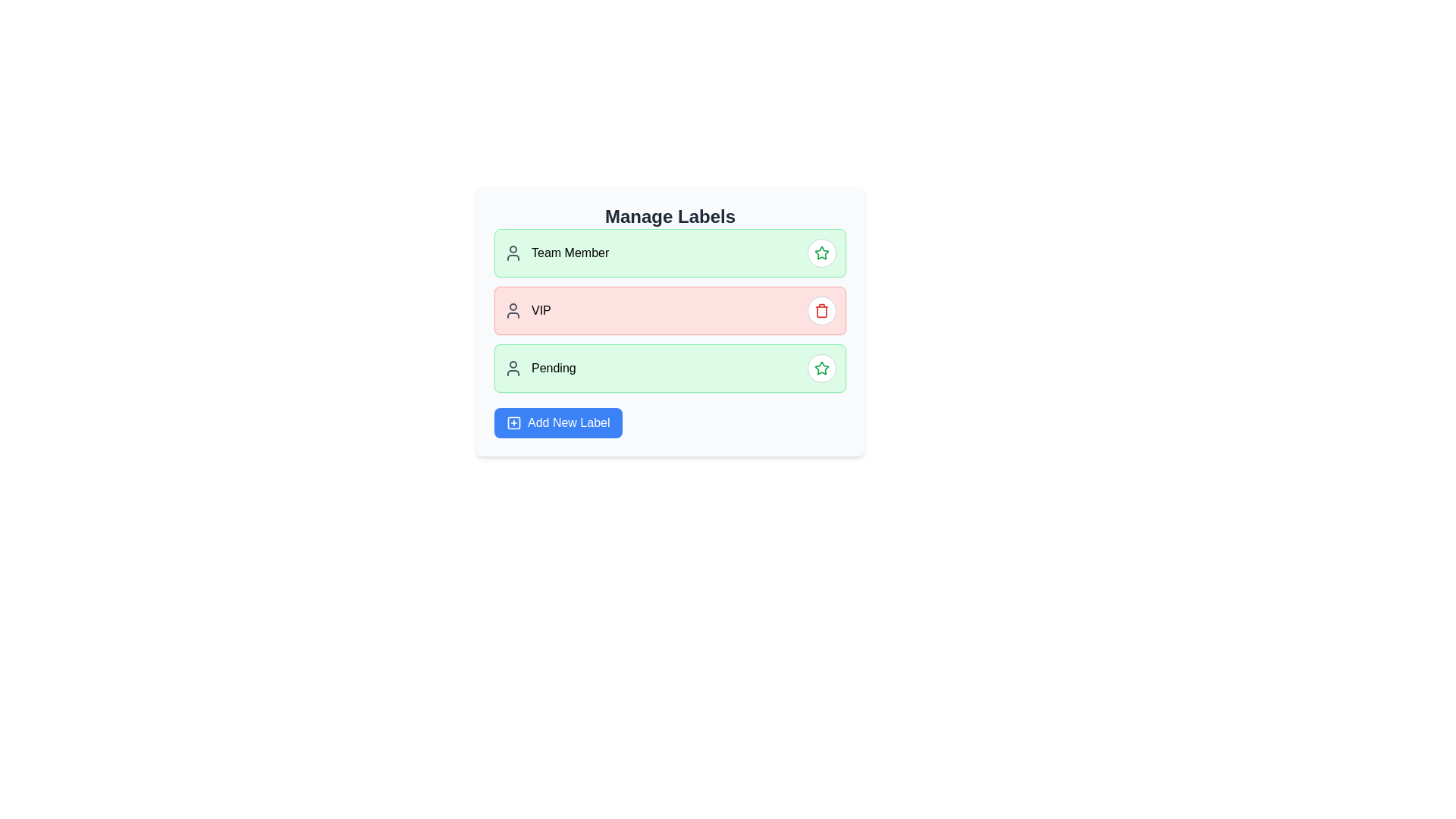  What do you see at coordinates (821, 368) in the screenshot?
I see `the star-shaped vector icon with a green border located at the top entry of the 'Manage Labels' dialog, adjacent to the 'Team Member' row for reference` at bounding box center [821, 368].